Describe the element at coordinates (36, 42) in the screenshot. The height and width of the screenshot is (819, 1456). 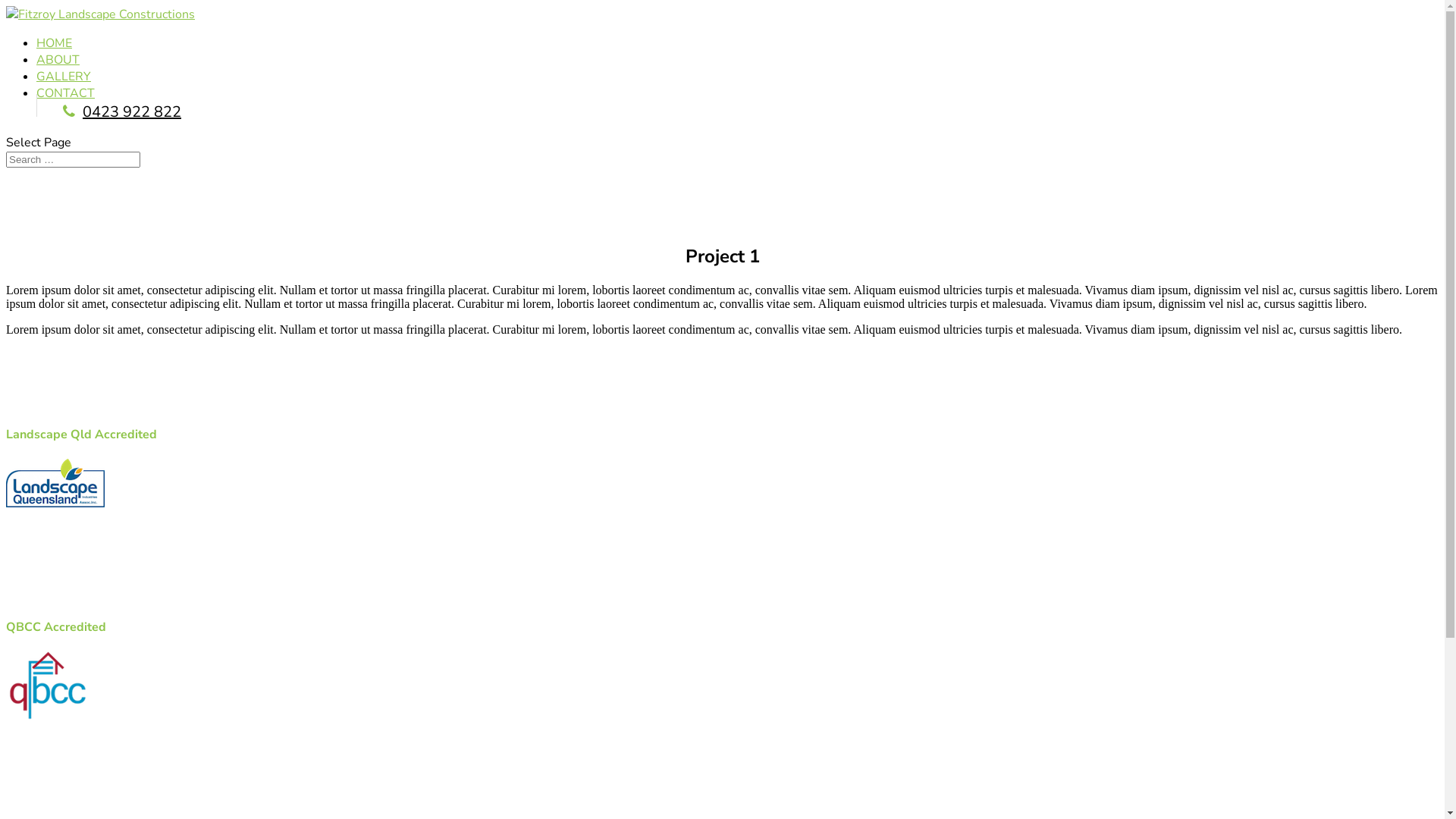
I see `'HOME'` at that location.